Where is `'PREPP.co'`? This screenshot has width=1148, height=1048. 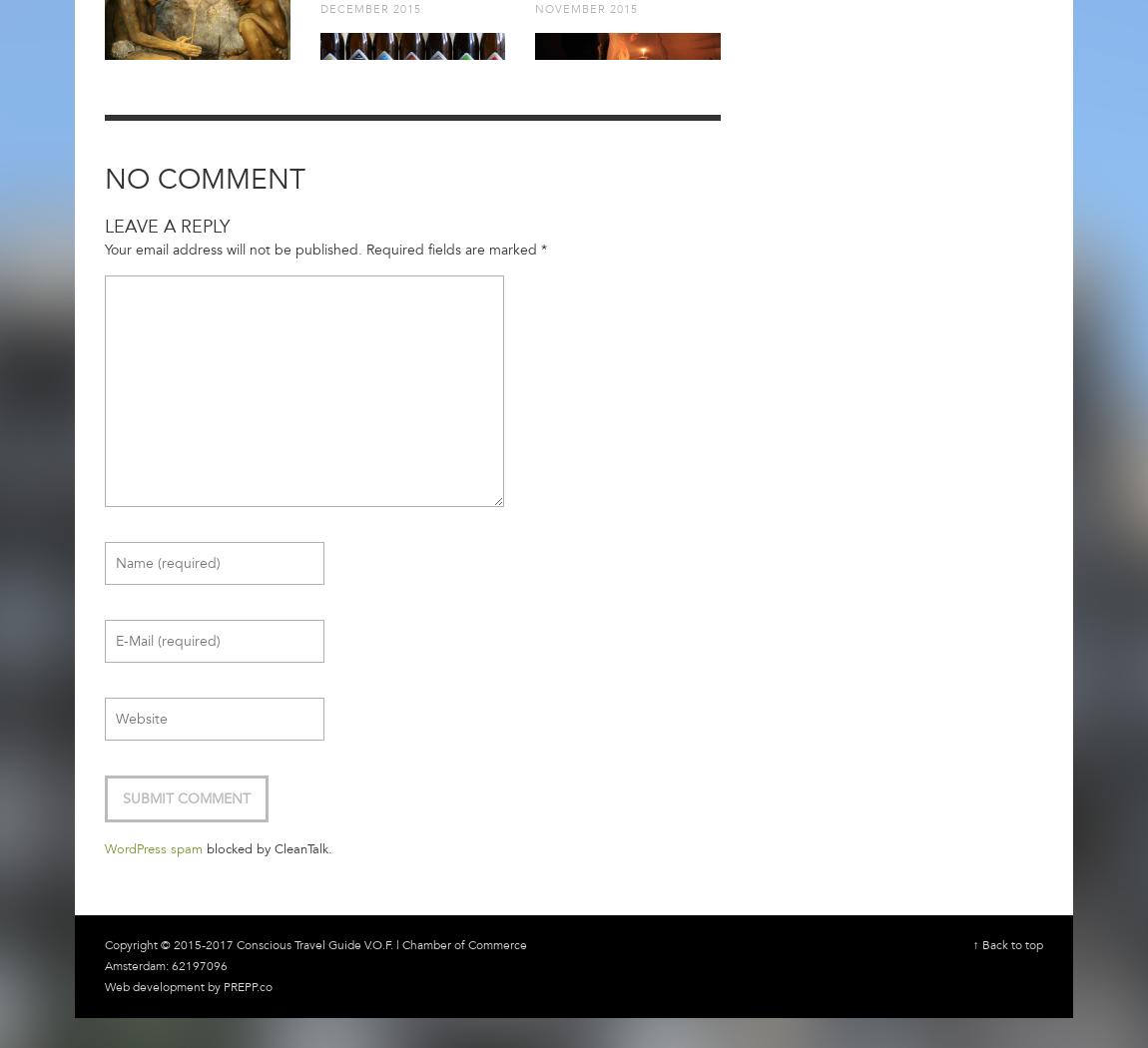 'PREPP.co' is located at coordinates (223, 986).